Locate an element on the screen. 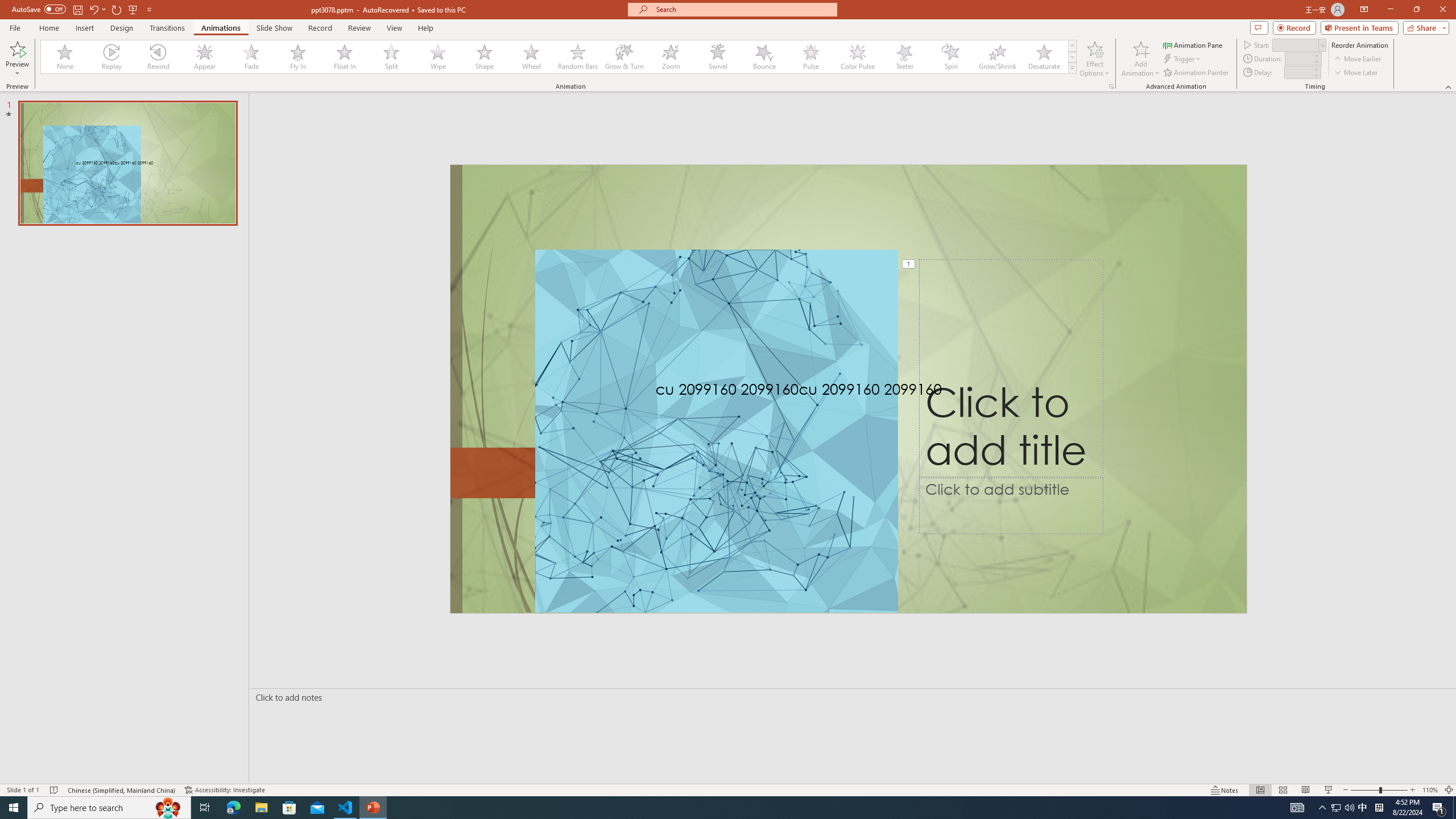  'Zoom 110%' is located at coordinates (1430, 790).